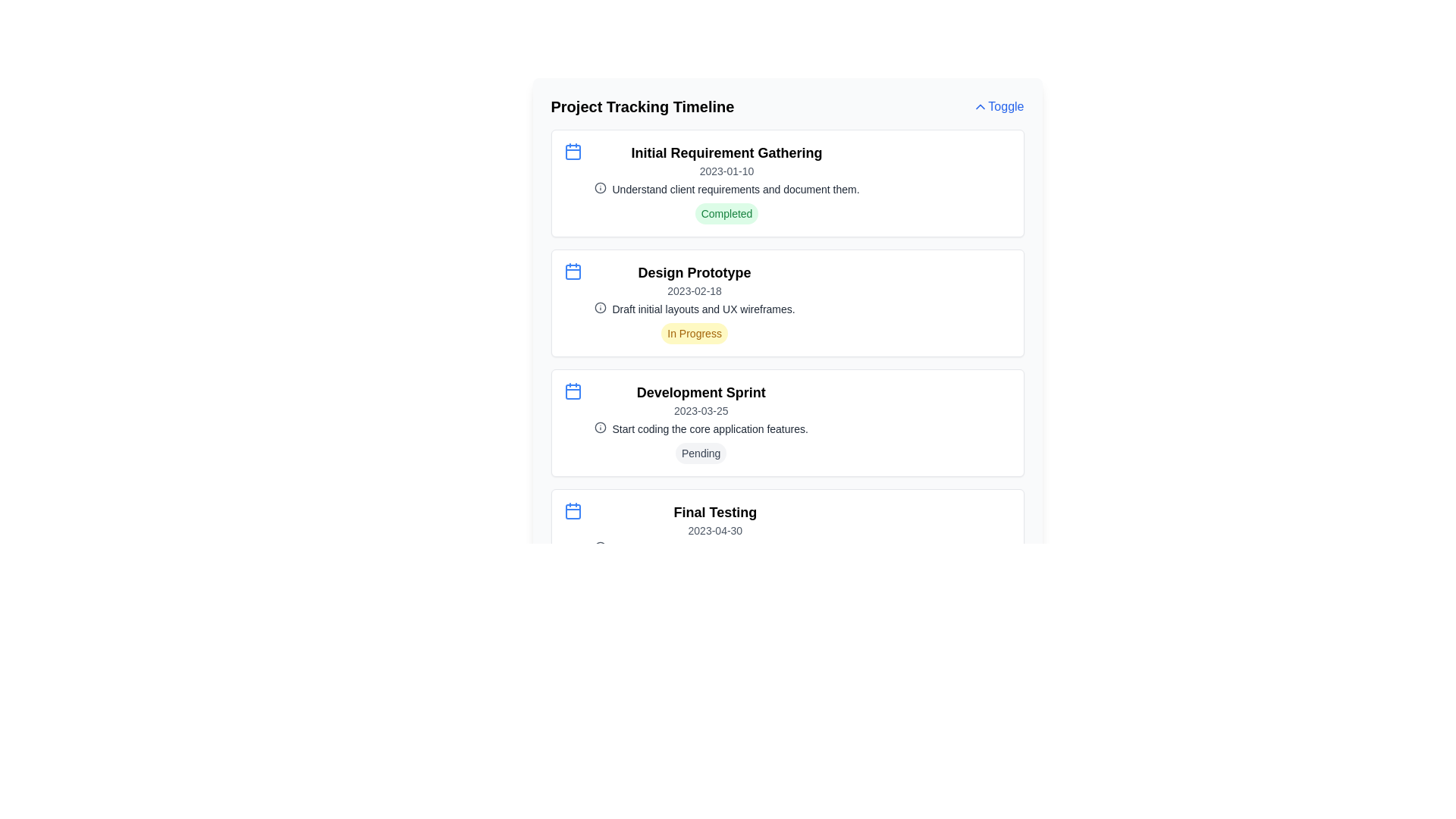 This screenshot has width=1456, height=819. I want to click on the bold, large-sized black text label that reads 'Development Sprint', positioned above the date '2023-03-25', so click(700, 391).